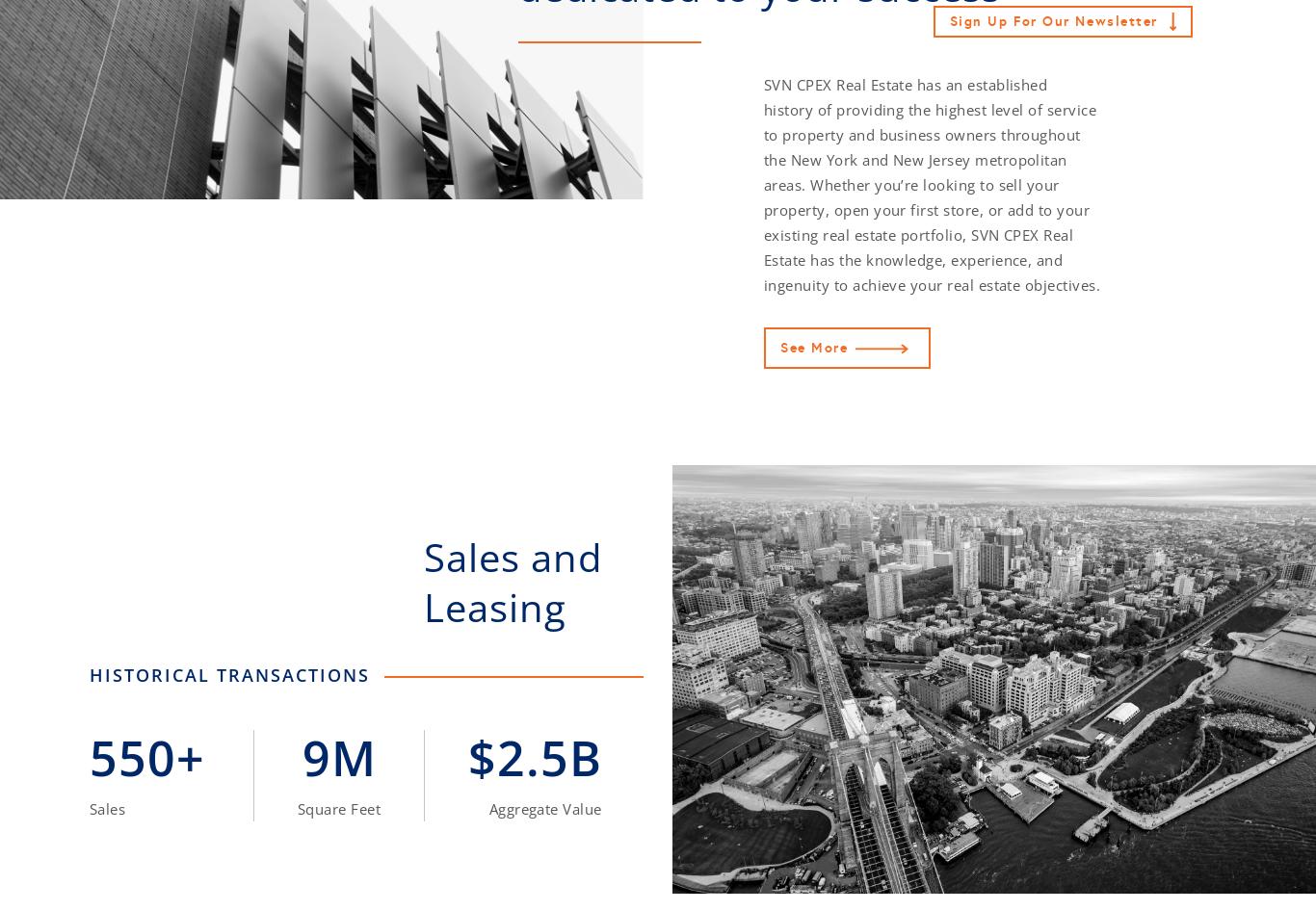 The image size is (1316, 911). I want to click on '2.5', so click(532, 756).